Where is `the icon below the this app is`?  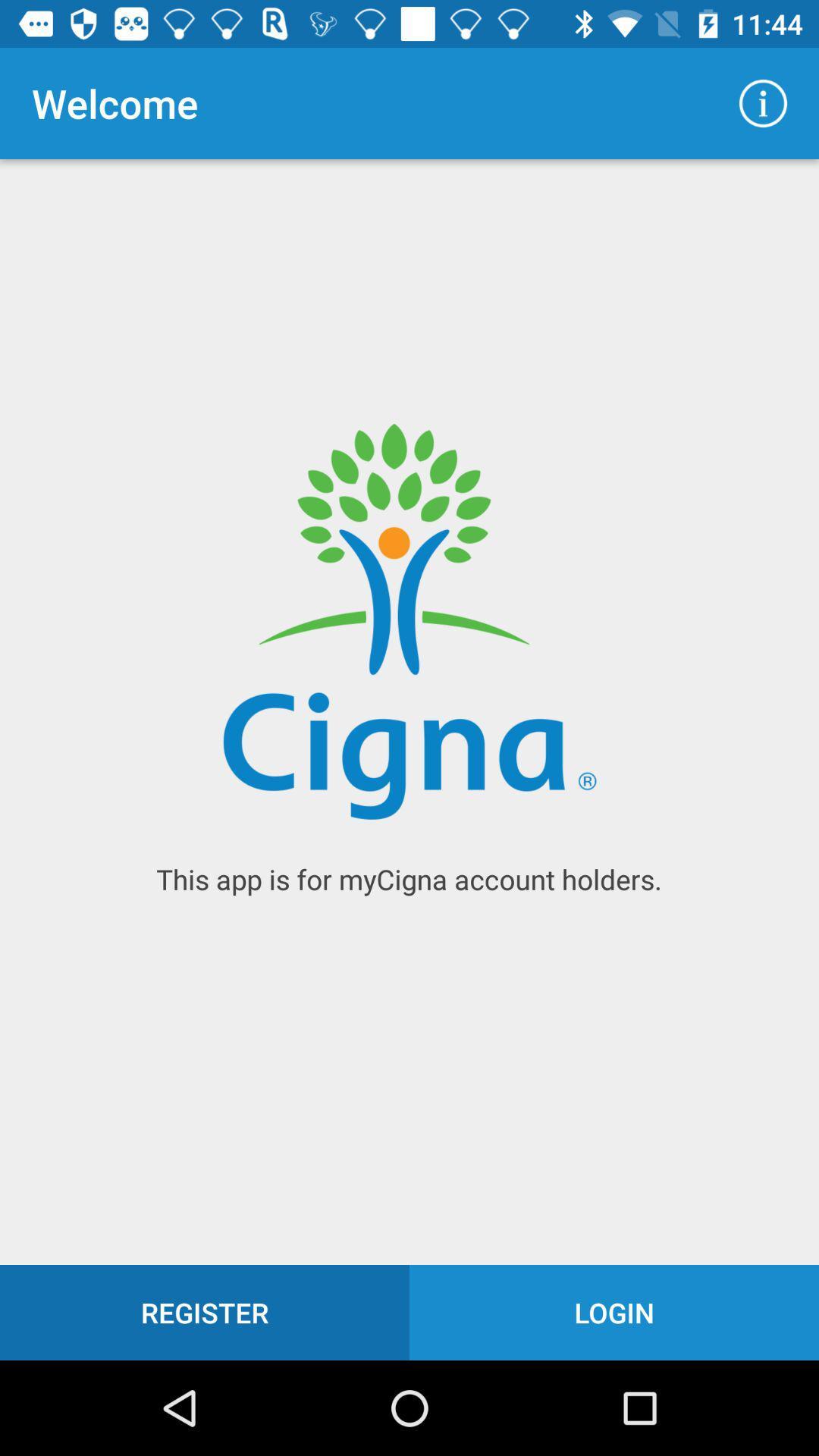
the icon below the this app is is located at coordinates (205, 1312).